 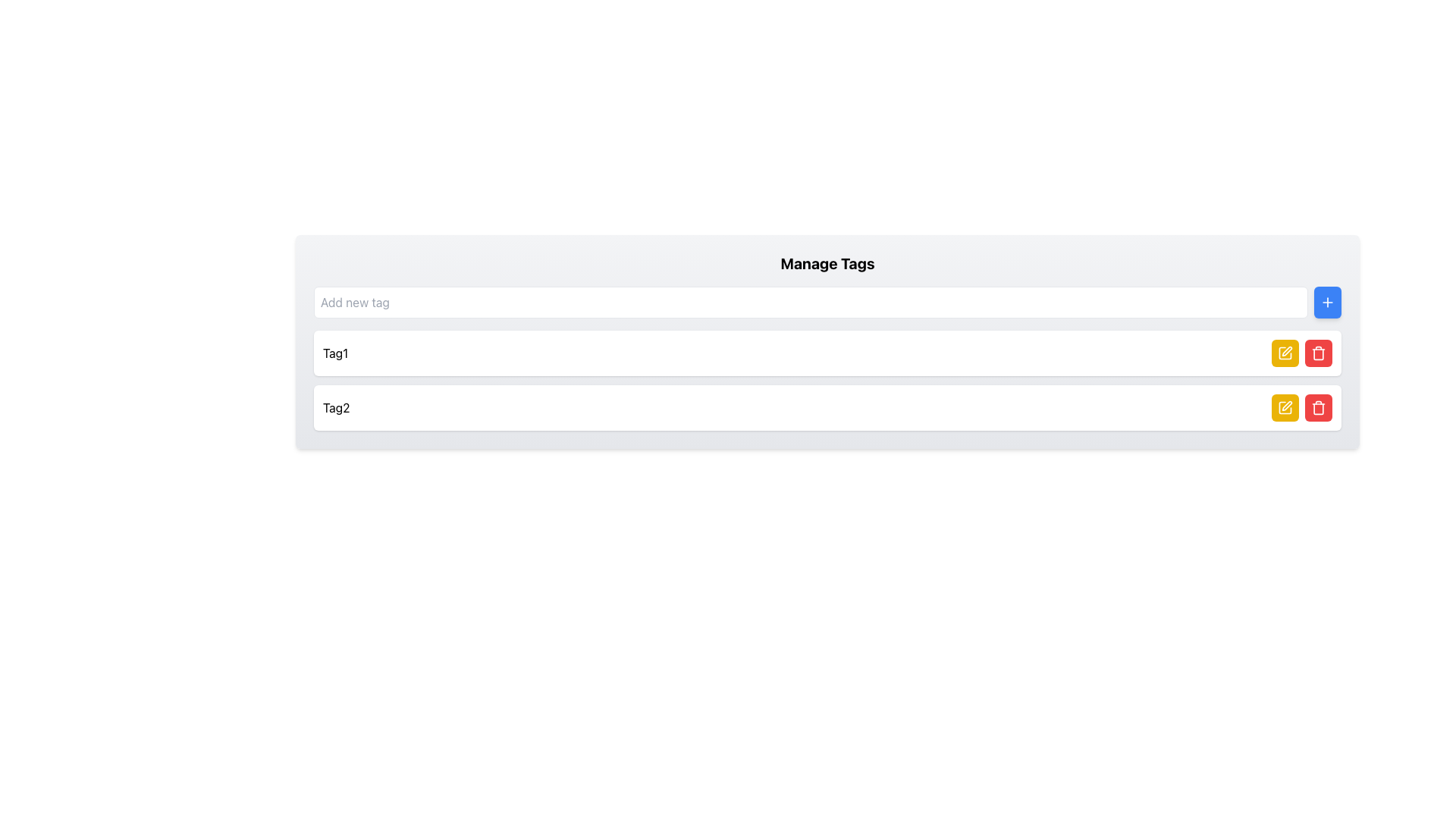 What do you see at coordinates (1317, 406) in the screenshot?
I see `the delete button at the right end of the second row in the tag list` at bounding box center [1317, 406].